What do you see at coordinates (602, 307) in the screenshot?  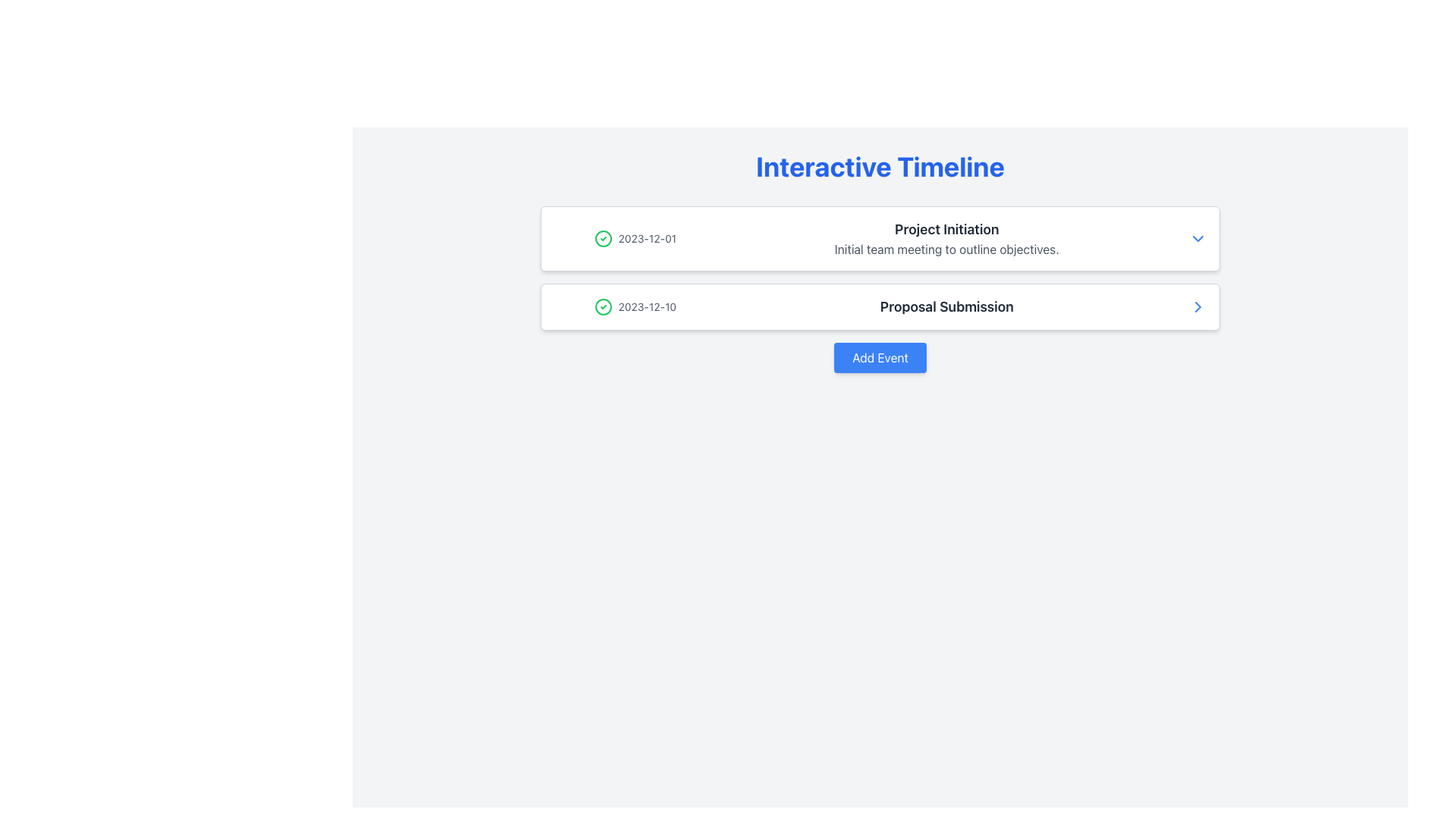 I see `the green checkmark icon encircled by a green border, which is located to the left of the text '2023-12-10'` at bounding box center [602, 307].